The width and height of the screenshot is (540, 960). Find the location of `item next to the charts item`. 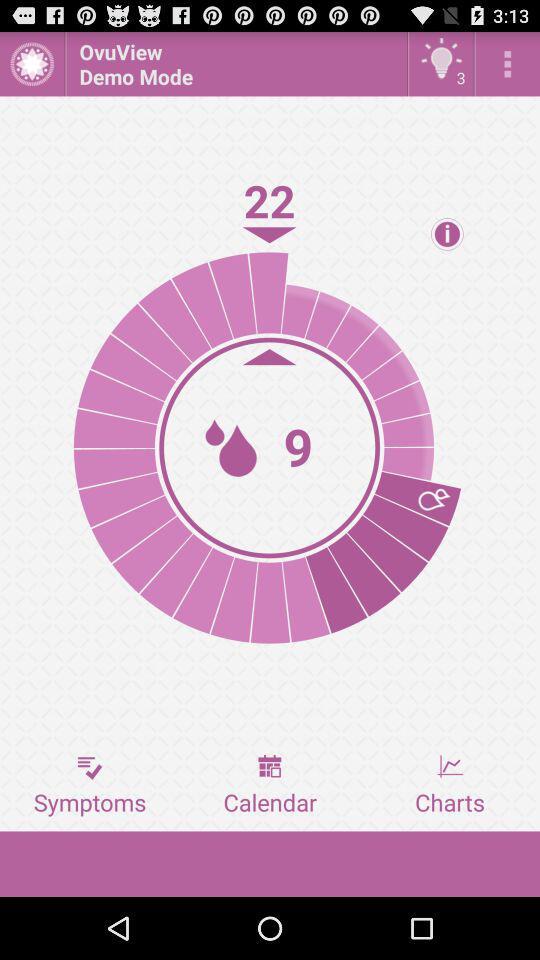

item next to the charts item is located at coordinates (270, 785).